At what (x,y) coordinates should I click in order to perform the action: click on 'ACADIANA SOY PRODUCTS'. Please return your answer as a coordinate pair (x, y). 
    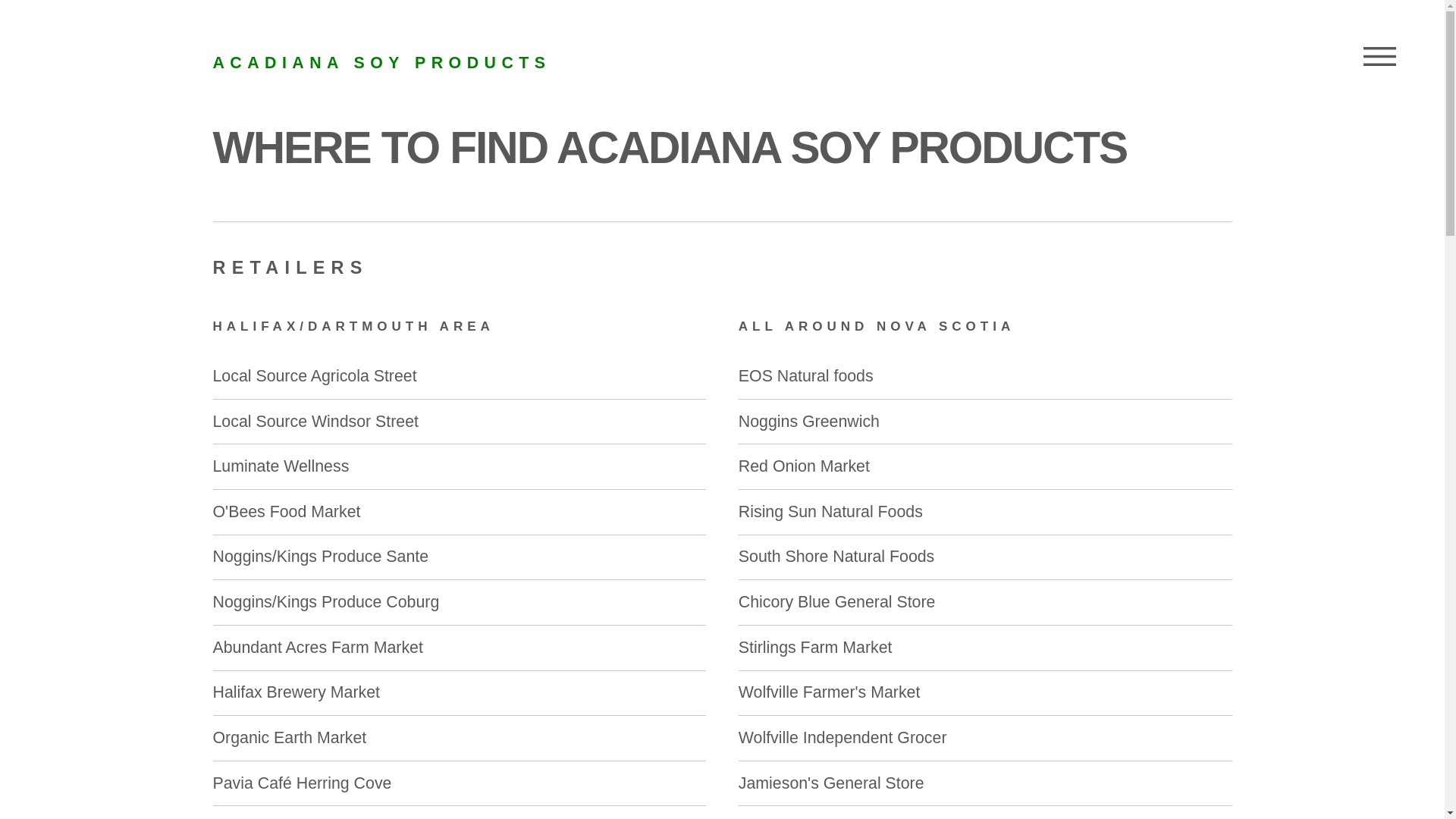
    Looking at the image, I should click on (381, 62).